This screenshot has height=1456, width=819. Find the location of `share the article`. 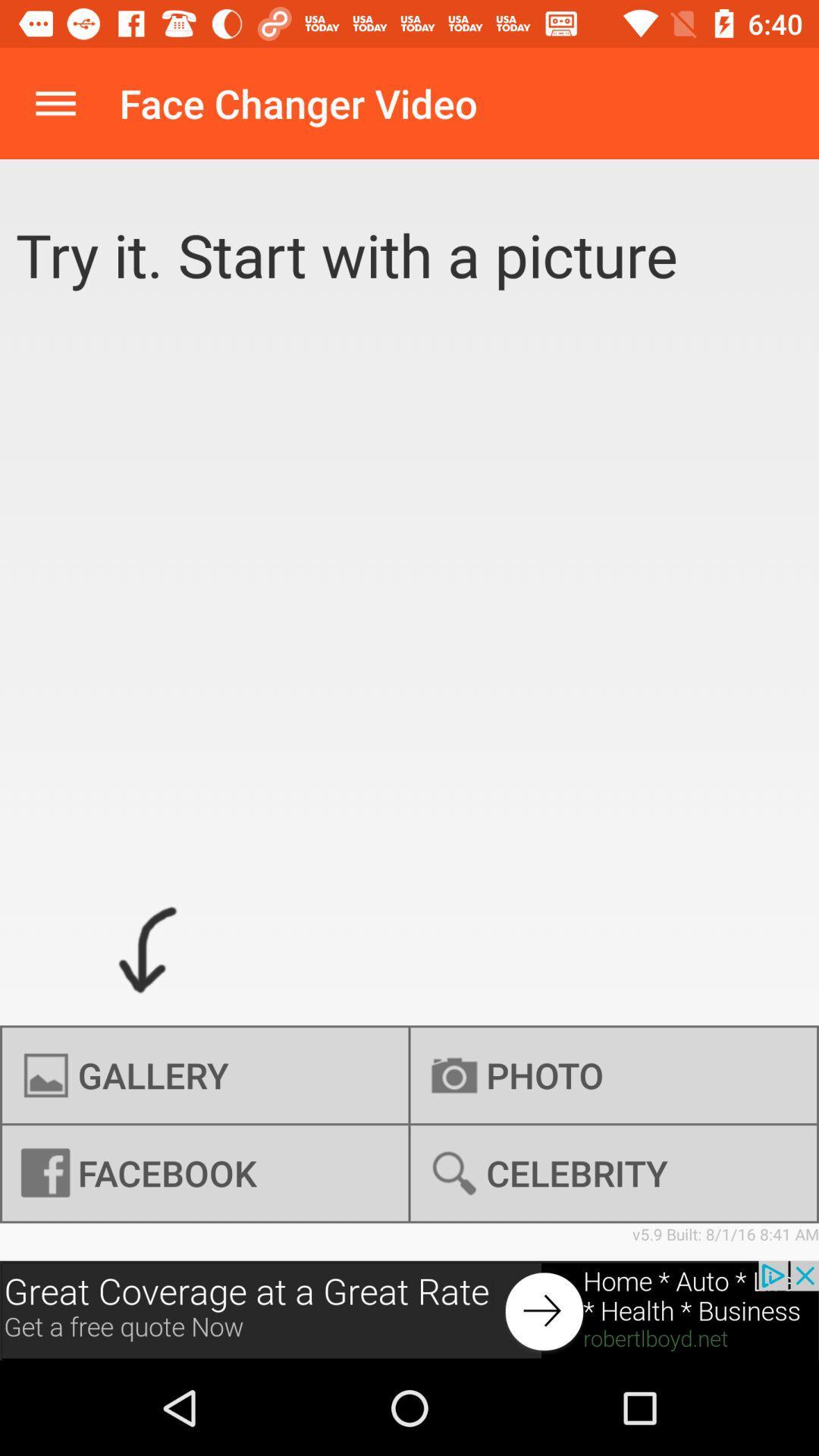

share the article is located at coordinates (409, 1310).